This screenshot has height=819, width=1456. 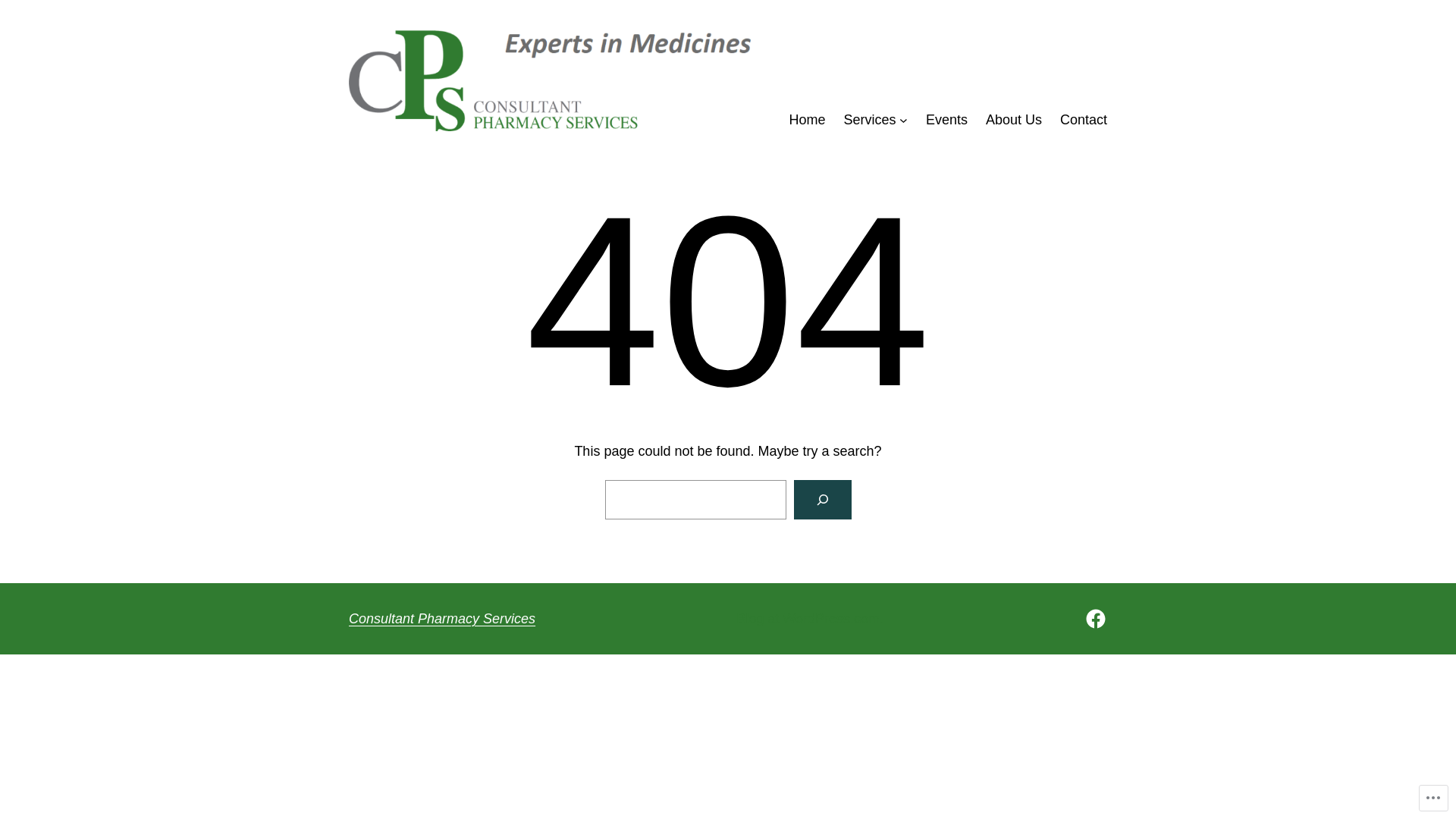 What do you see at coordinates (870, 119) in the screenshot?
I see `'Services'` at bounding box center [870, 119].